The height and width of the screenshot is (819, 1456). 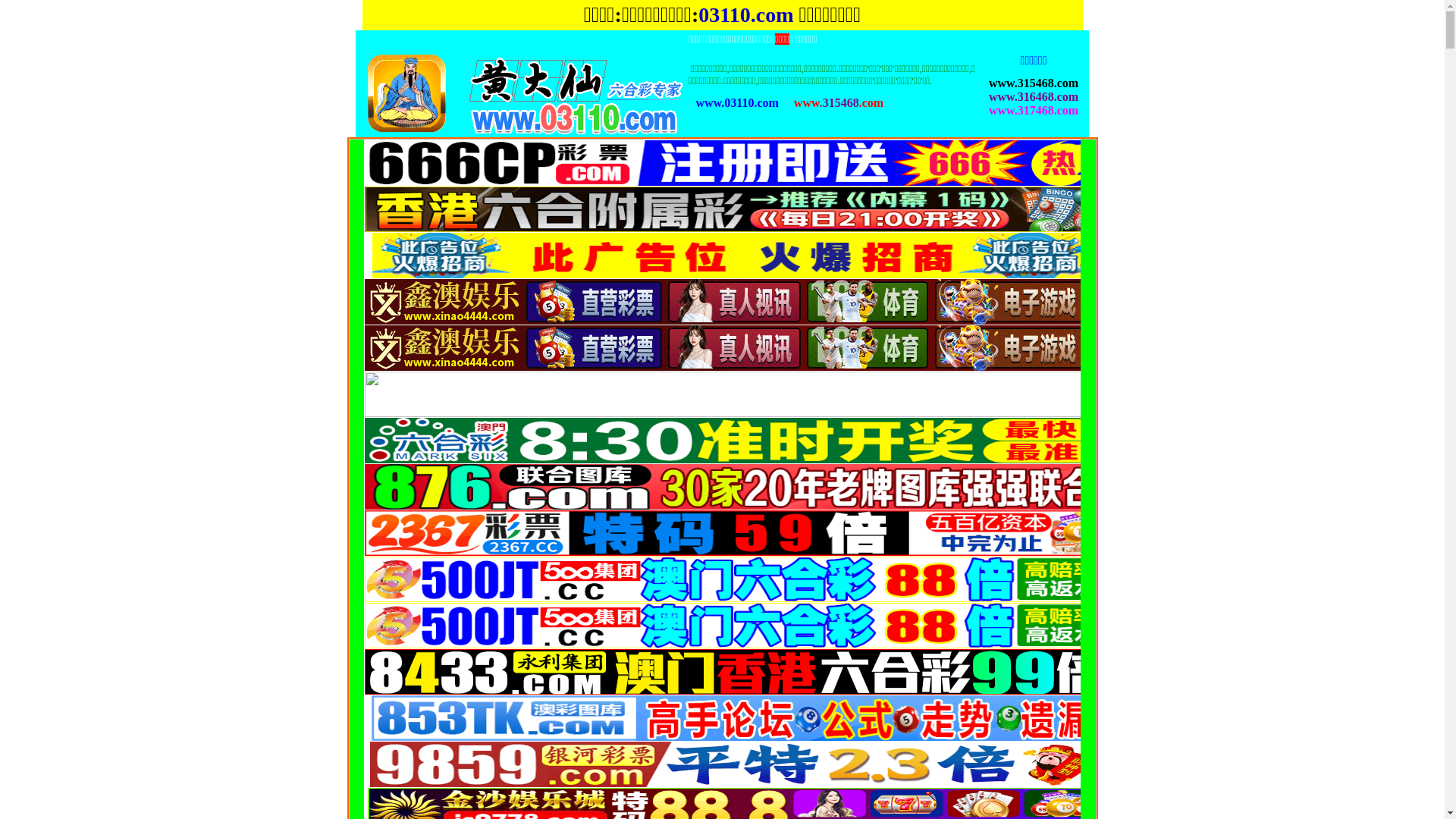 I want to click on 'www.03110.com', so click(x=737, y=102).